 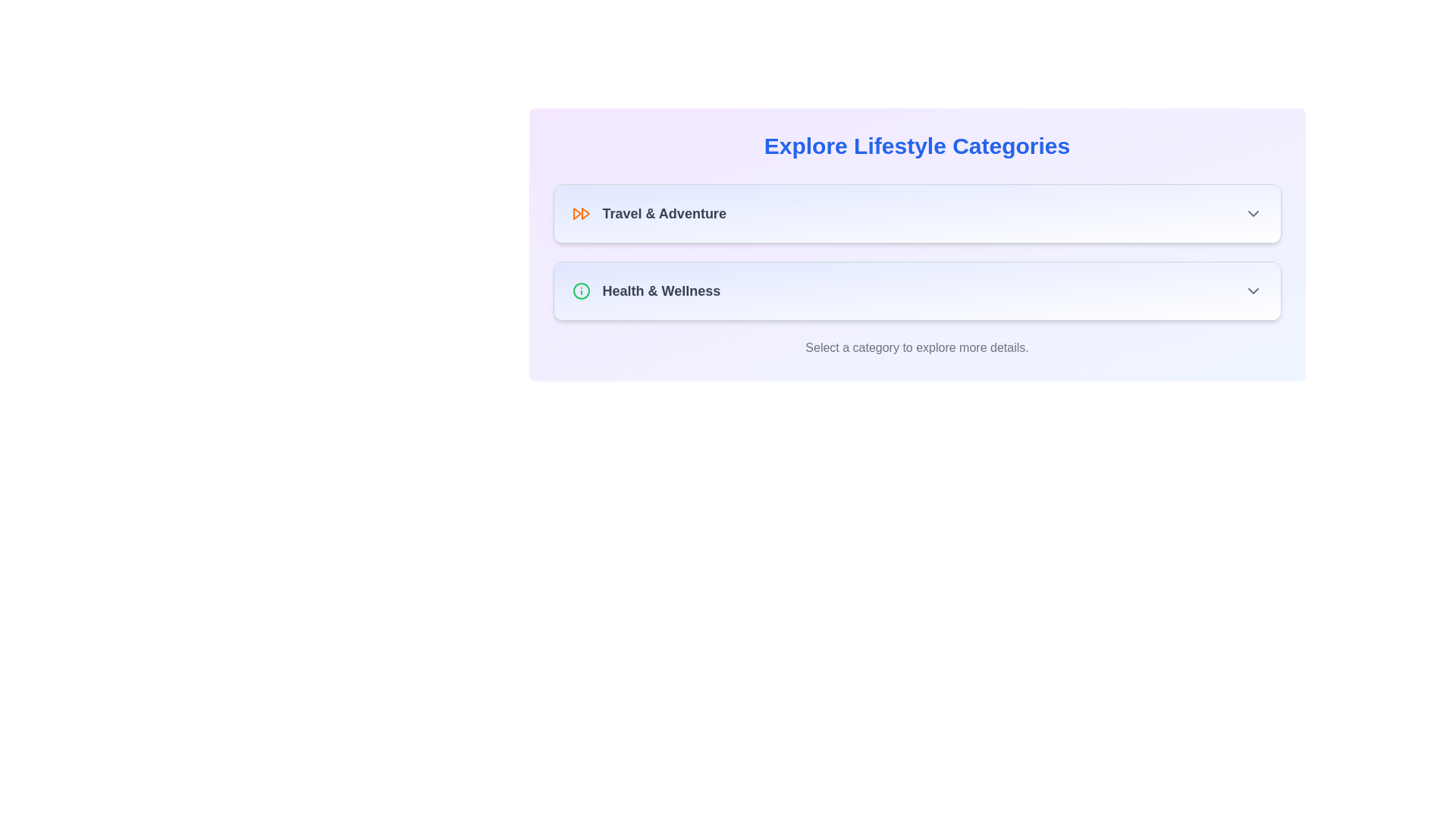 What do you see at coordinates (916, 291) in the screenshot?
I see `the 'Health & Wellness' button` at bounding box center [916, 291].